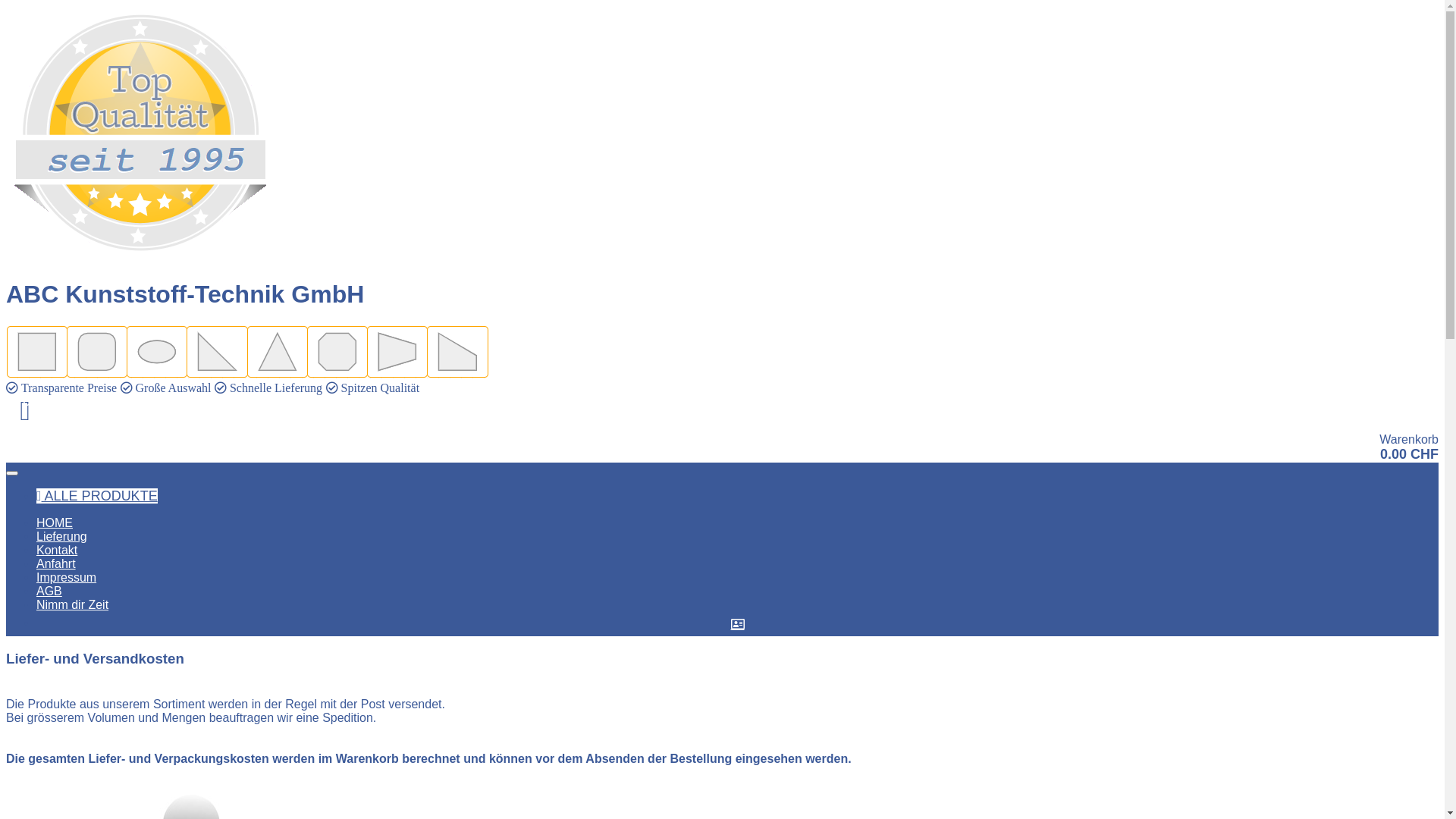 The image size is (1456, 819). I want to click on '0, so click(721, 428).